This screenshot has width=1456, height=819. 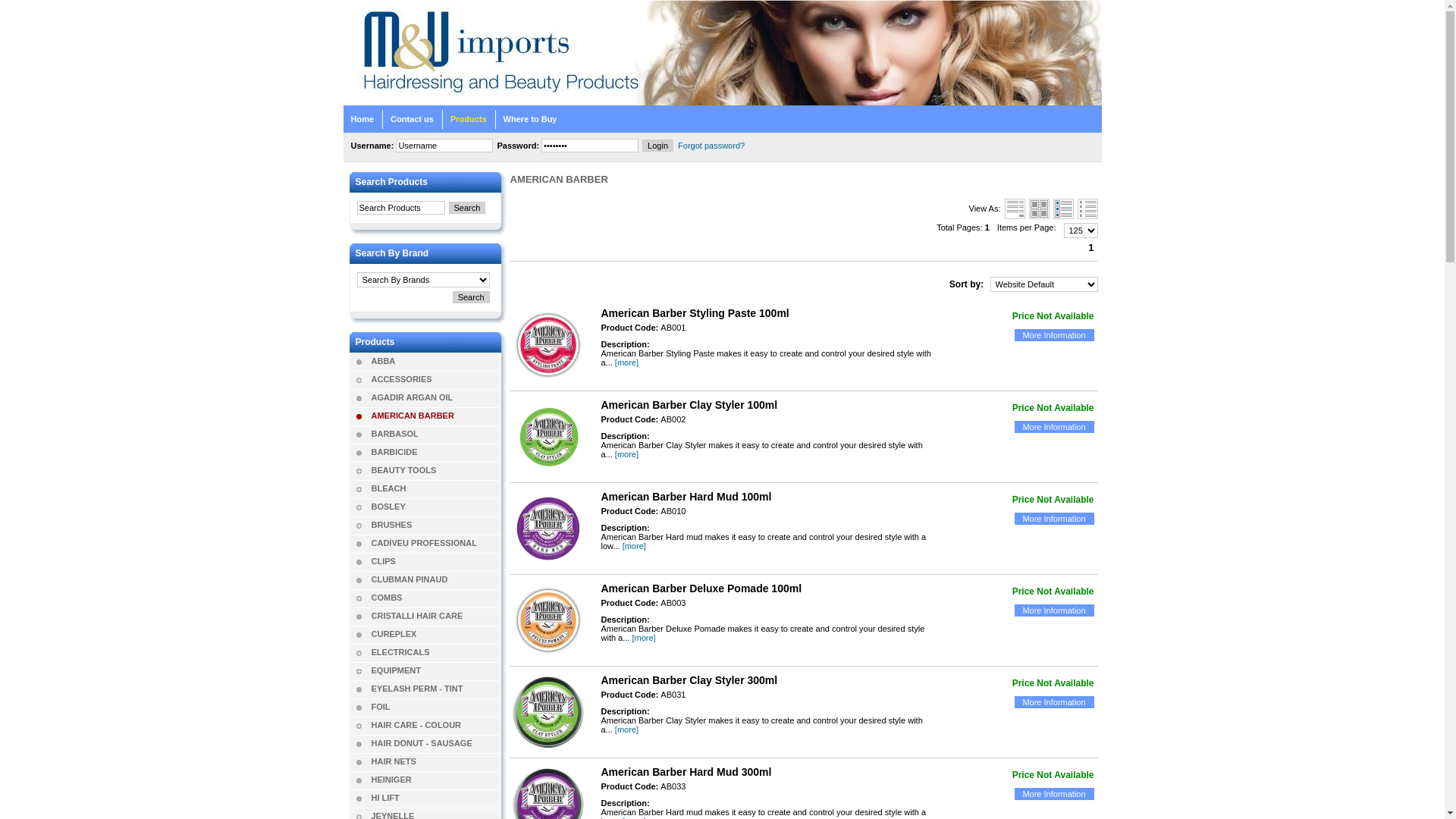 I want to click on 'ABBA', so click(x=435, y=360).